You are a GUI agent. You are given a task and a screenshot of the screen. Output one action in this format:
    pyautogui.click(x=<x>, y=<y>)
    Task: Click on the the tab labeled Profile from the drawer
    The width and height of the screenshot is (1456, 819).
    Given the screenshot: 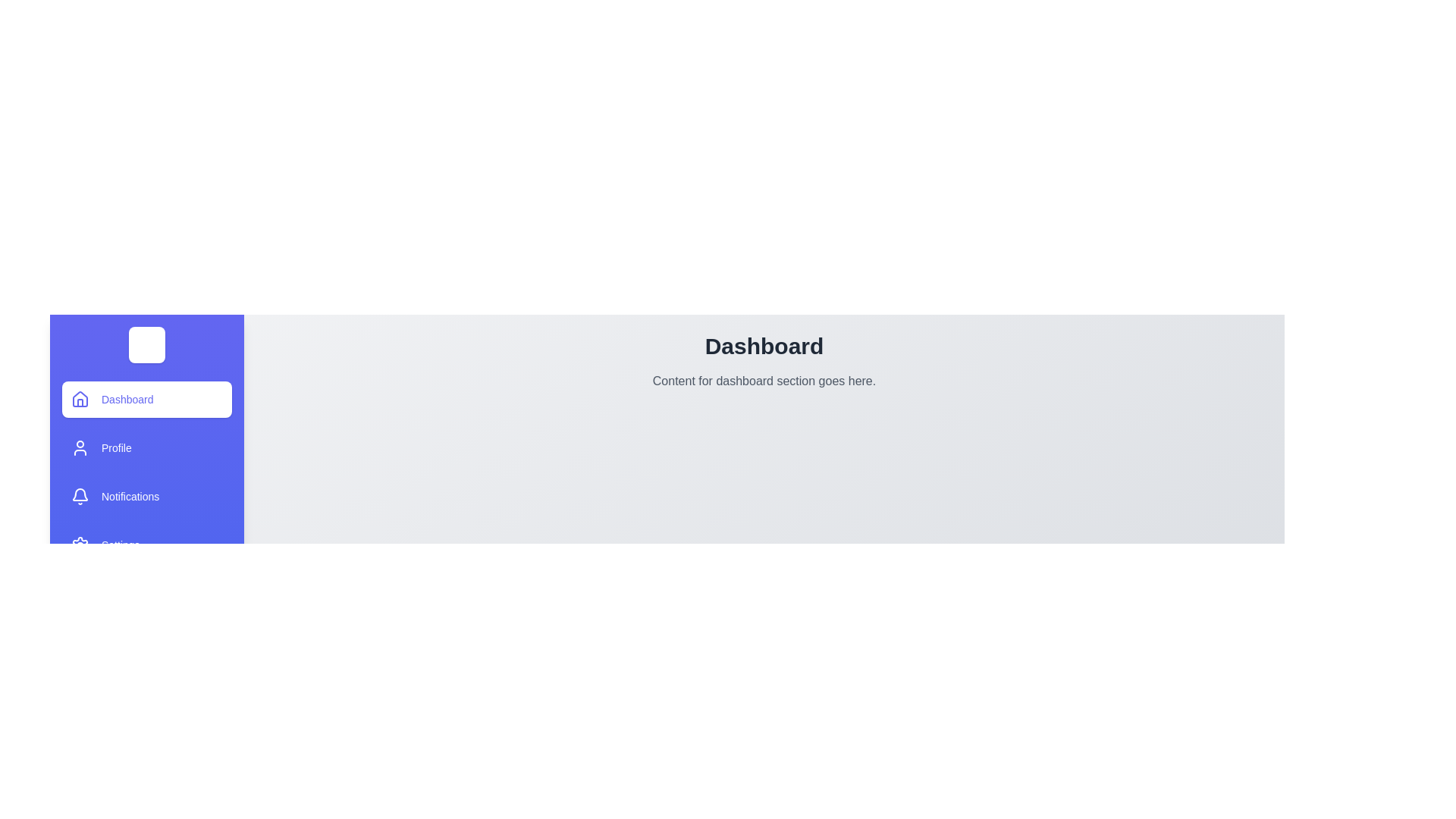 What is the action you would take?
    pyautogui.click(x=146, y=447)
    